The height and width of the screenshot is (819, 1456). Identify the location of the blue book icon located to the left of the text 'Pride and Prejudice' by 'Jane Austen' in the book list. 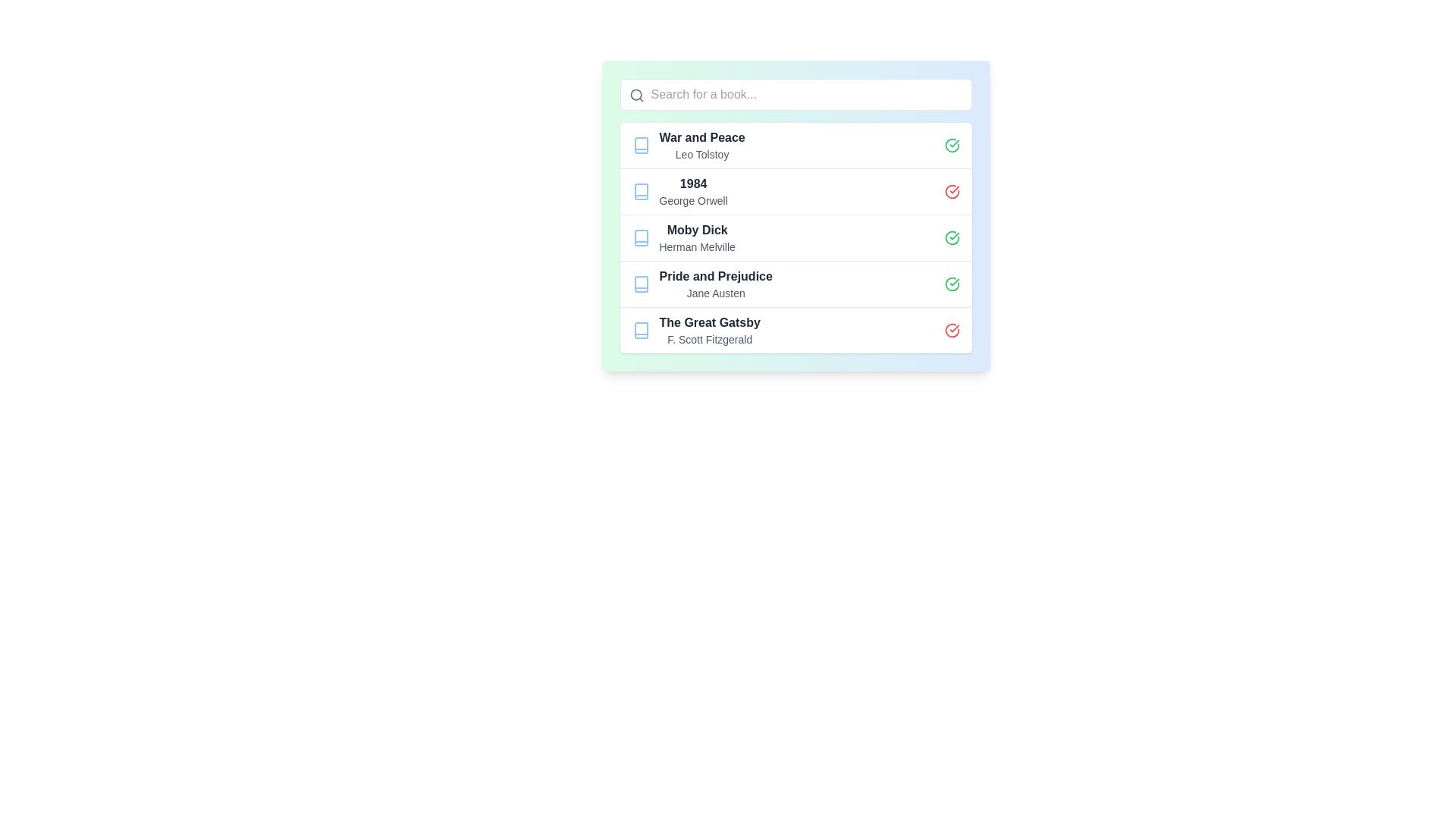
(641, 284).